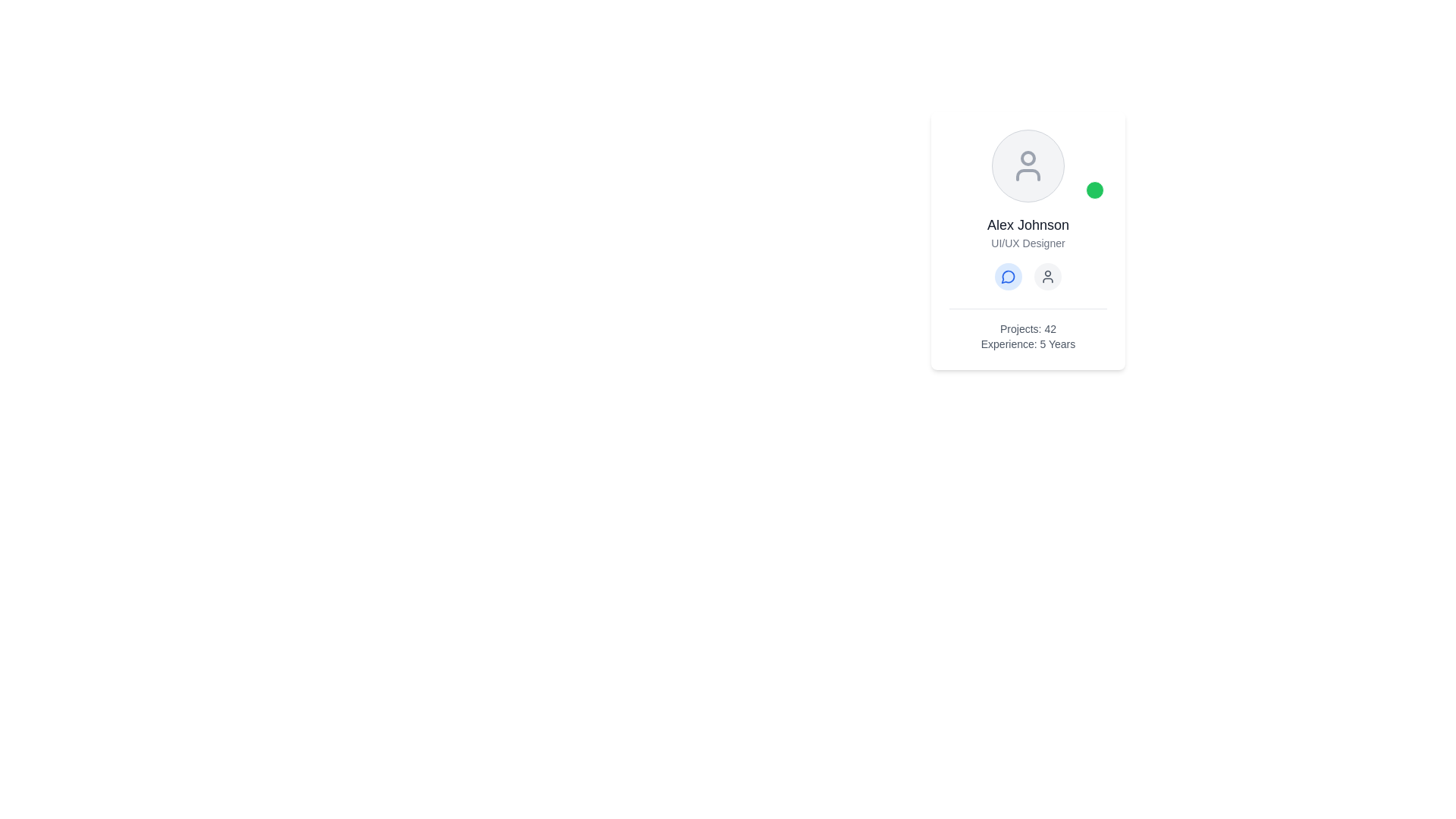  I want to click on the Status indicator located at the bottom-right corner of the user profile display, which serves as a status indicator for active or online state, so click(1095, 189).